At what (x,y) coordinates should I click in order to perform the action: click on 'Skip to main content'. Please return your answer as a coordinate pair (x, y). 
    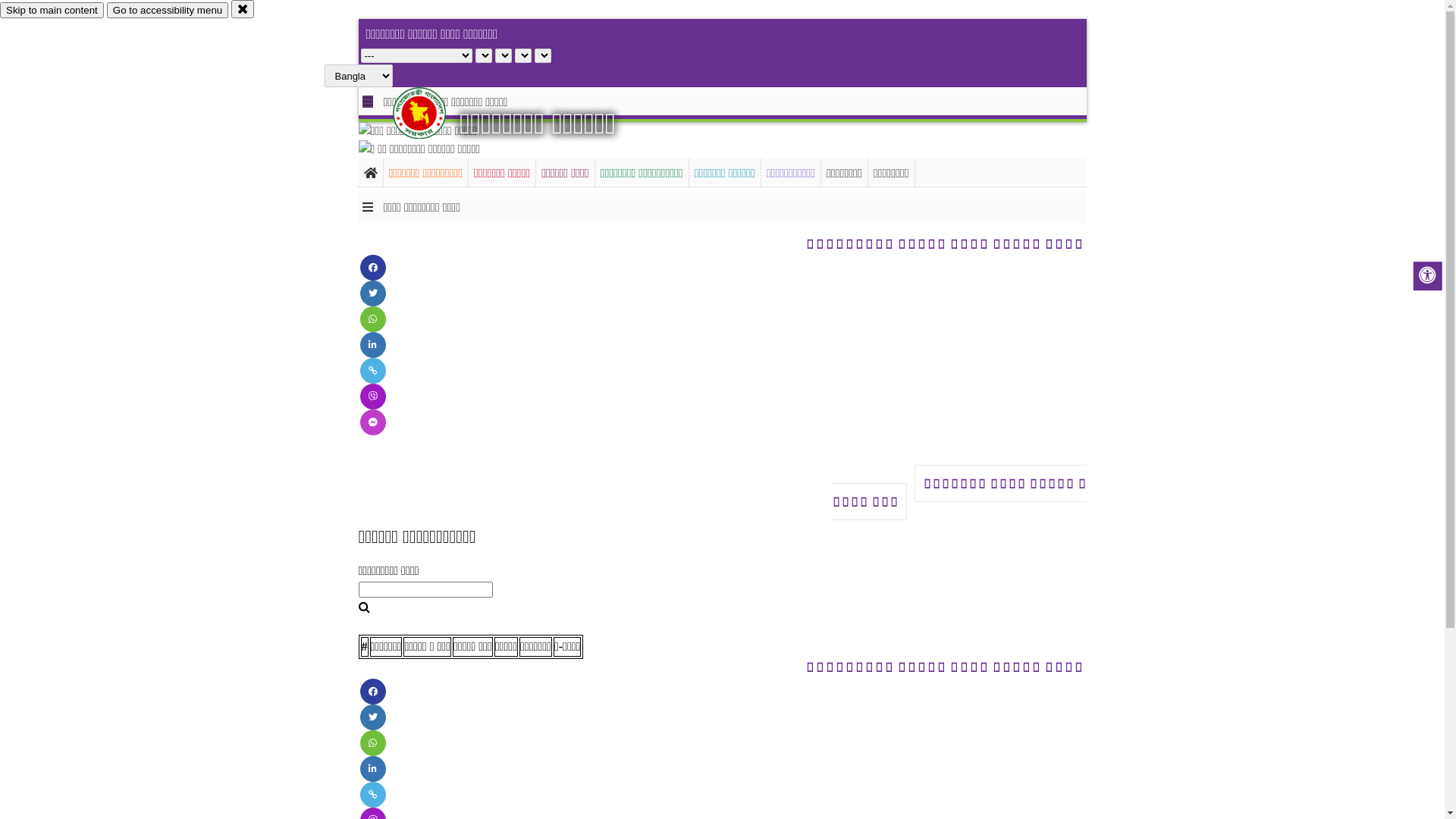
    Looking at the image, I should click on (52, 10).